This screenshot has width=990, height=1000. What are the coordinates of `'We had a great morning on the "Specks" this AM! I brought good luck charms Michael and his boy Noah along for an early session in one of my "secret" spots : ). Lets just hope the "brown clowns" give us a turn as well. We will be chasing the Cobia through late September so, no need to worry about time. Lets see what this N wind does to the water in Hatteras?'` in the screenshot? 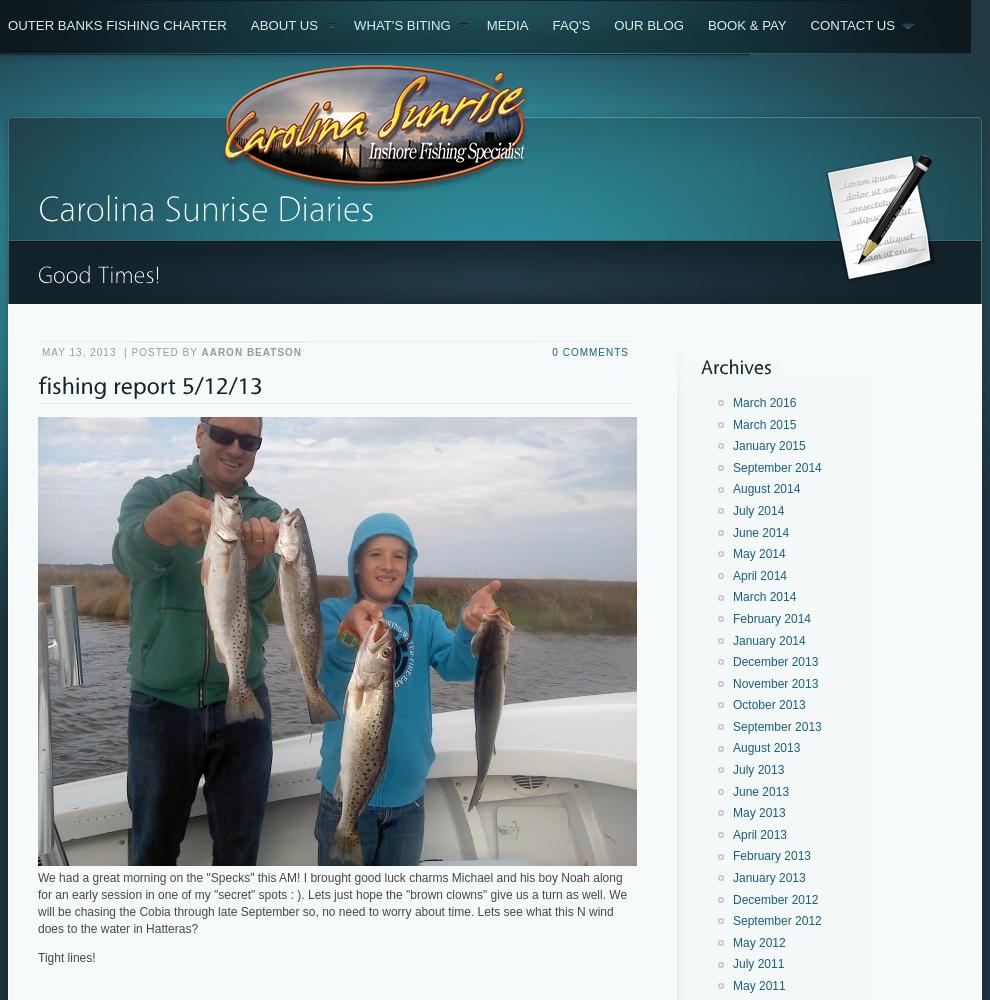 It's located at (331, 903).